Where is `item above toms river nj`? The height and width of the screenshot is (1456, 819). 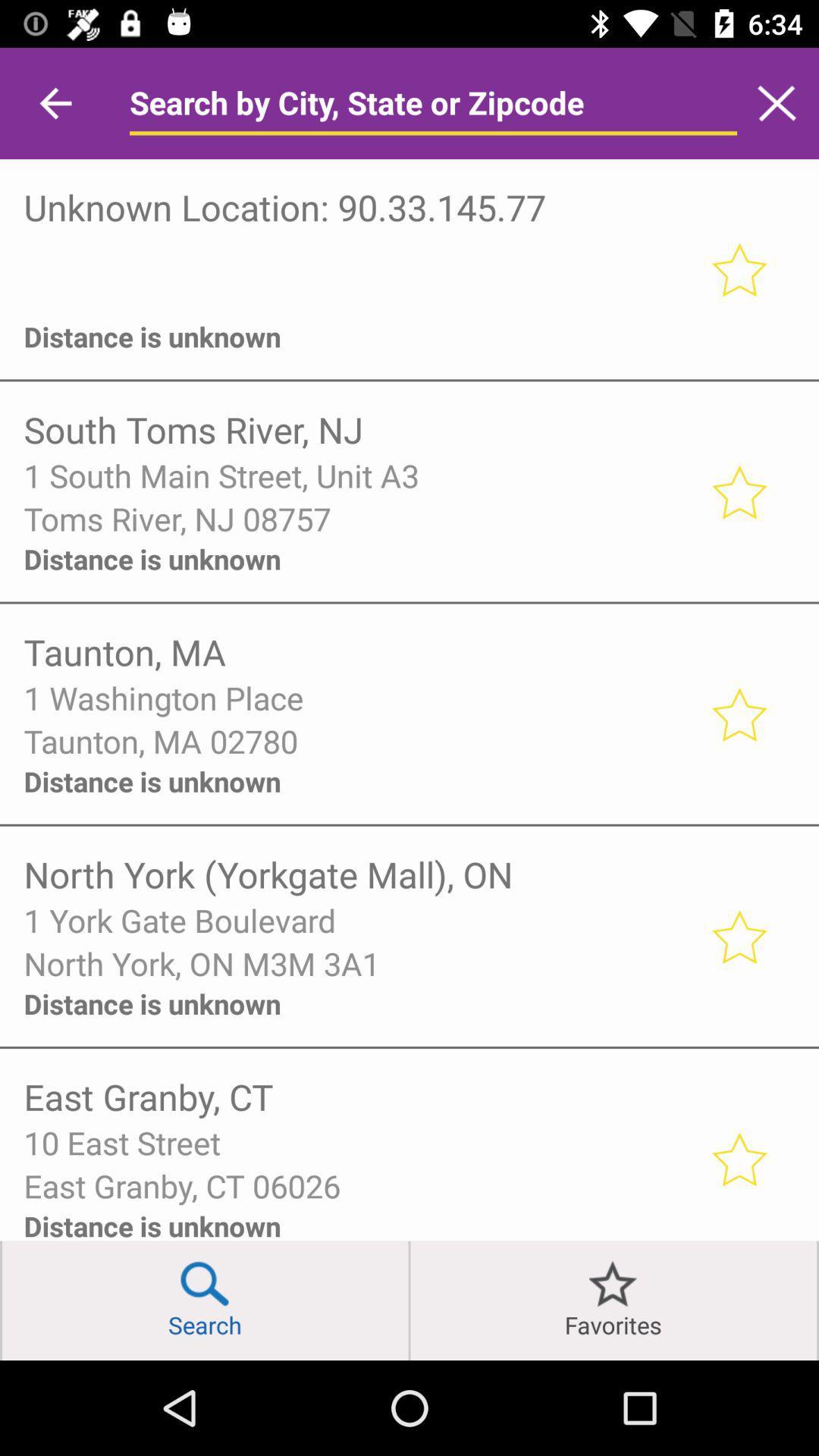
item above toms river nj is located at coordinates (356, 475).